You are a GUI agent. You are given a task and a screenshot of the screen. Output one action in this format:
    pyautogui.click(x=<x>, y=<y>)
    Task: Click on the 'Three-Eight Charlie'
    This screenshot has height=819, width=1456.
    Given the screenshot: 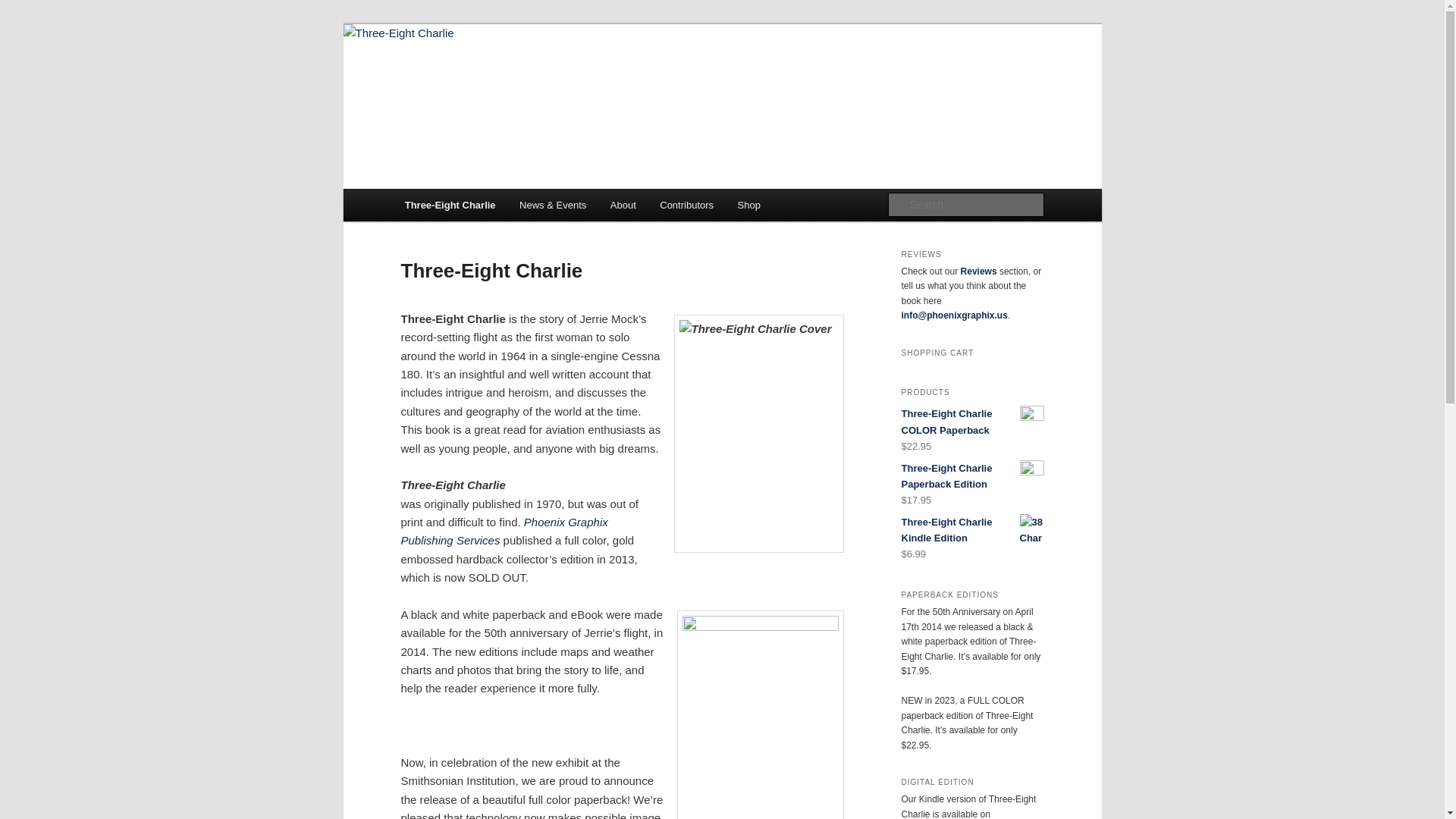 What is the action you would take?
    pyautogui.click(x=449, y=205)
    